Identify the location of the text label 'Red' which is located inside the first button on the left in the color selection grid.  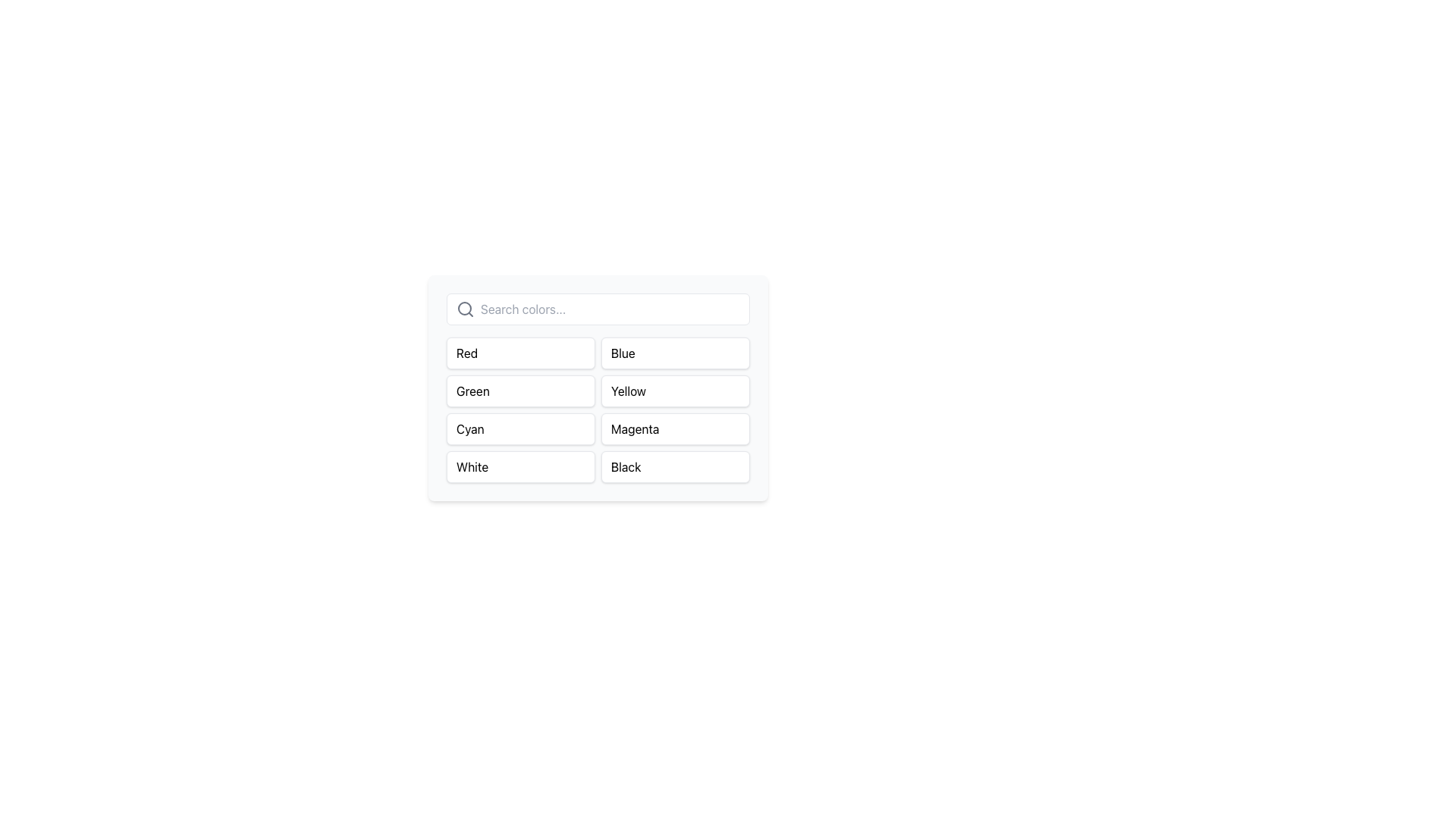
(520, 353).